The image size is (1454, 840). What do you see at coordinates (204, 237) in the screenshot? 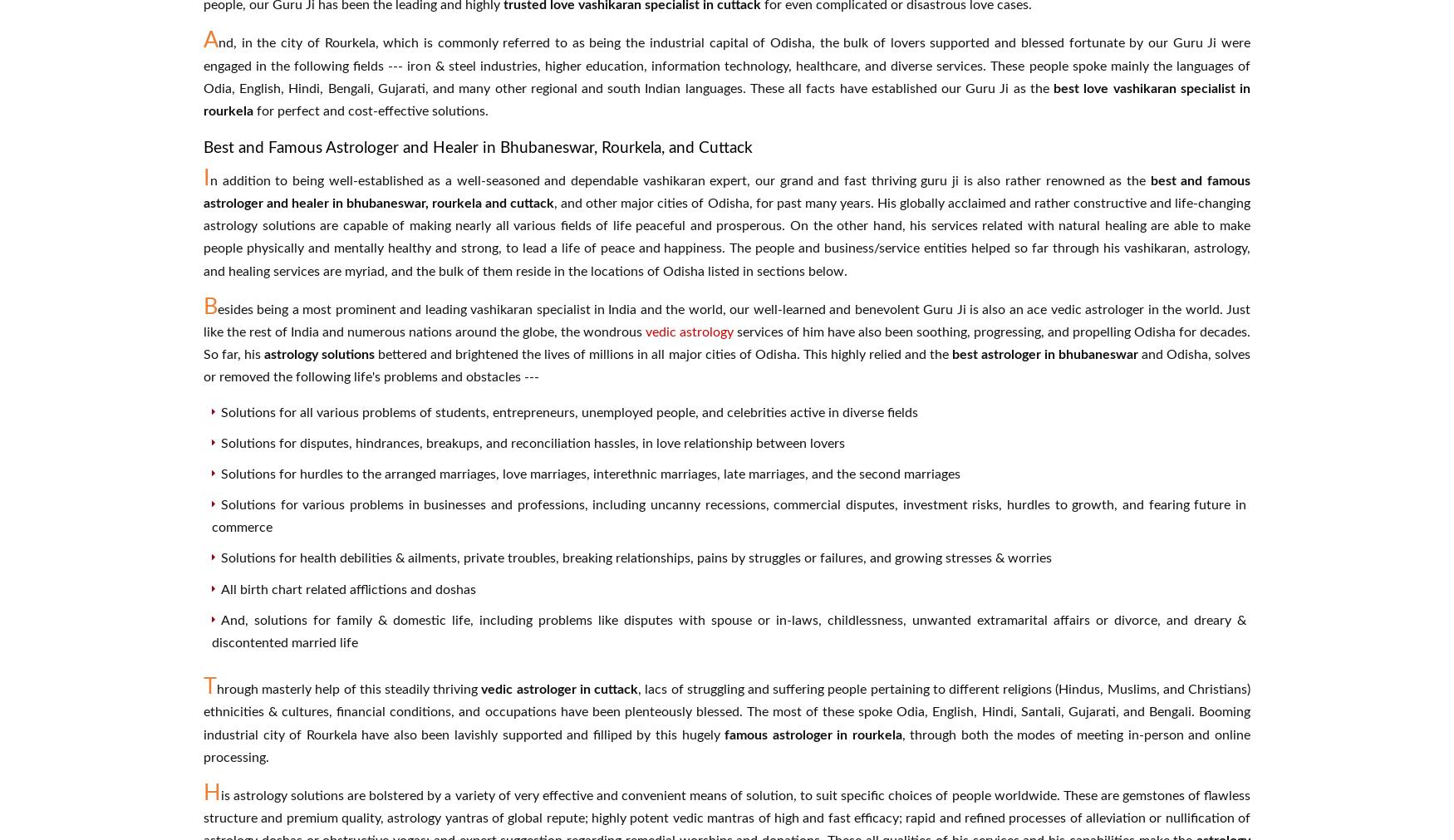
I see `', and other major cities of Odisha, for past many years. His globally acclaimed and rather constructive and life-changing astrology solutions are capable of making nearly all various fields of life peaceful and prosperous. On the other hand, his services related with natural healing are able to make people physically and mentally healthy and strong, to lead a life of peace and happiness. The people and business/service entities helped so far through his vashikaran, astrology, and healing services are myriad, and the bulk of them reside in the locations of Odisha listed in sections below.'` at bounding box center [204, 237].